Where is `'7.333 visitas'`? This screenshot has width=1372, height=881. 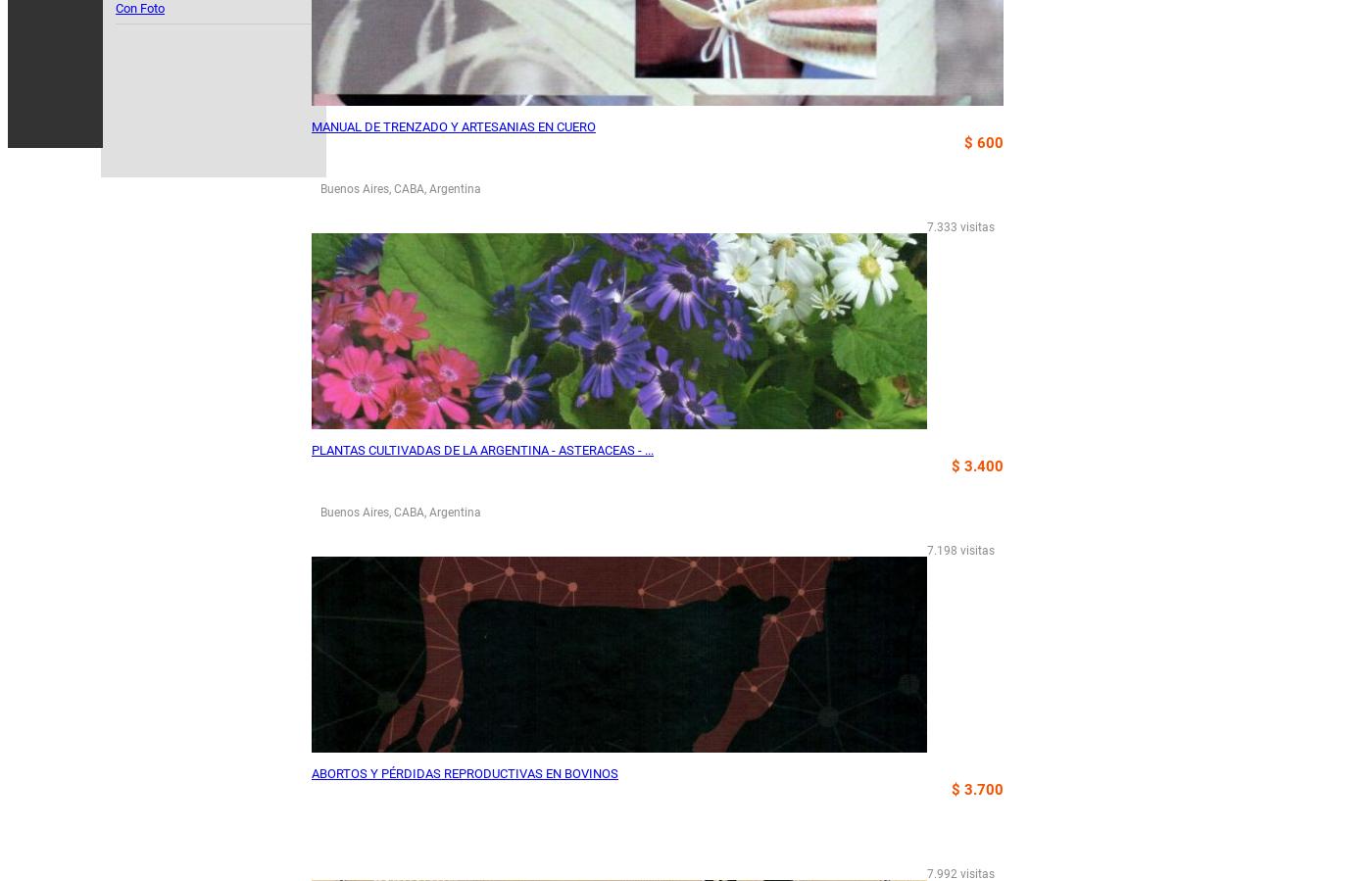 '7.333 visitas' is located at coordinates (959, 227).